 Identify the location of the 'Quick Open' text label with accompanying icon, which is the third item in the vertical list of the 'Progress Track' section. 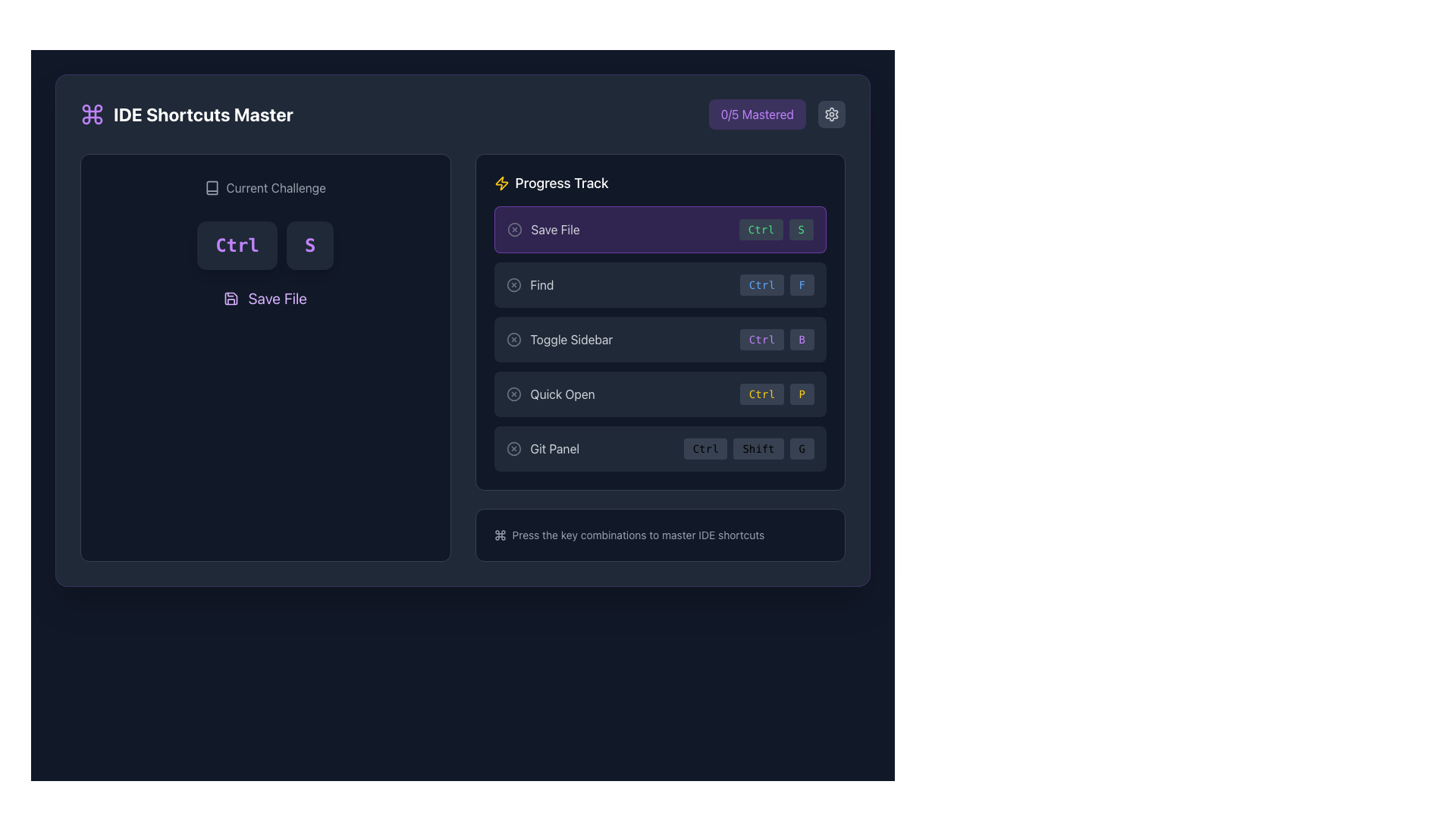
(550, 394).